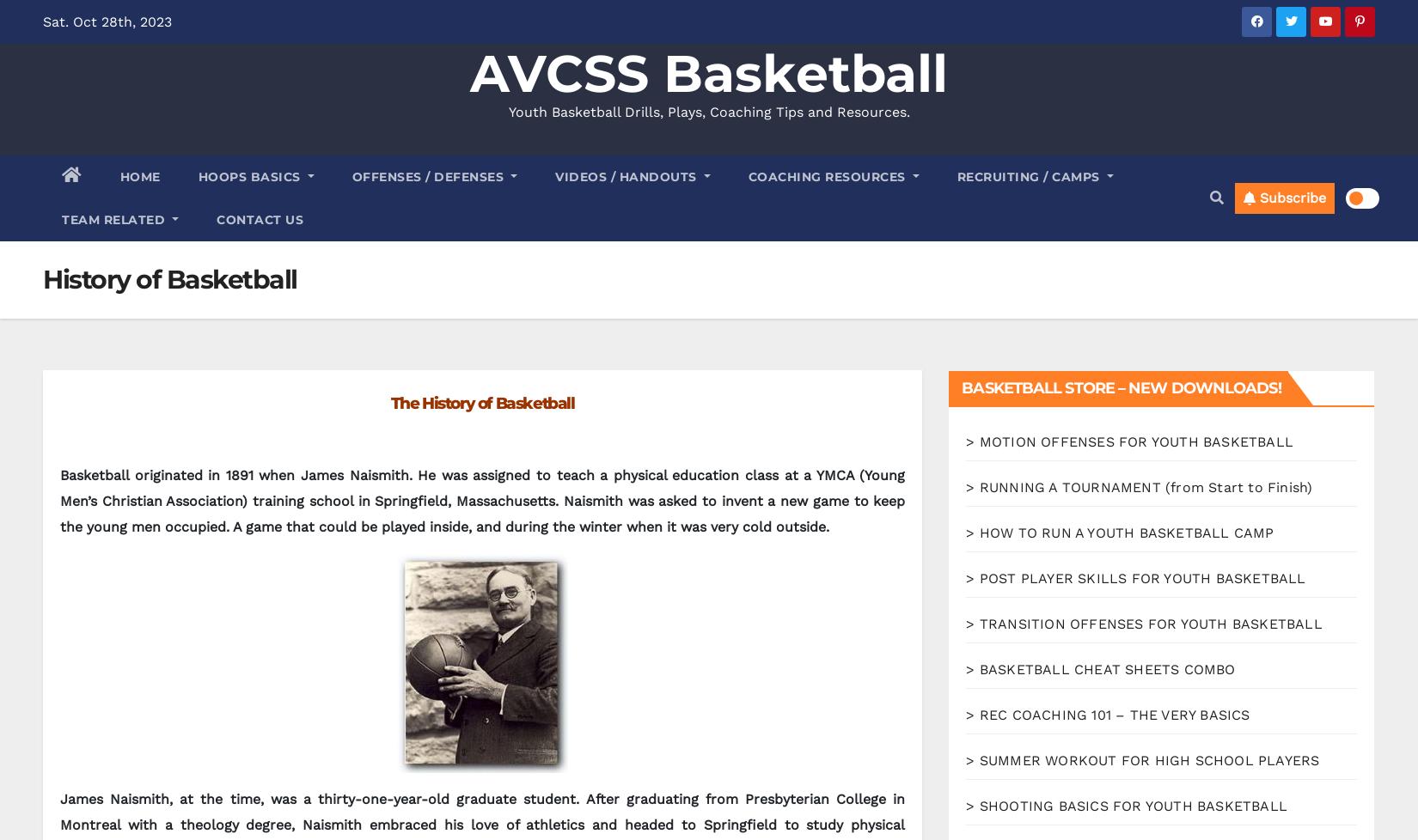 The width and height of the screenshot is (1418, 840). What do you see at coordinates (139, 176) in the screenshot?
I see `'HOME'` at bounding box center [139, 176].